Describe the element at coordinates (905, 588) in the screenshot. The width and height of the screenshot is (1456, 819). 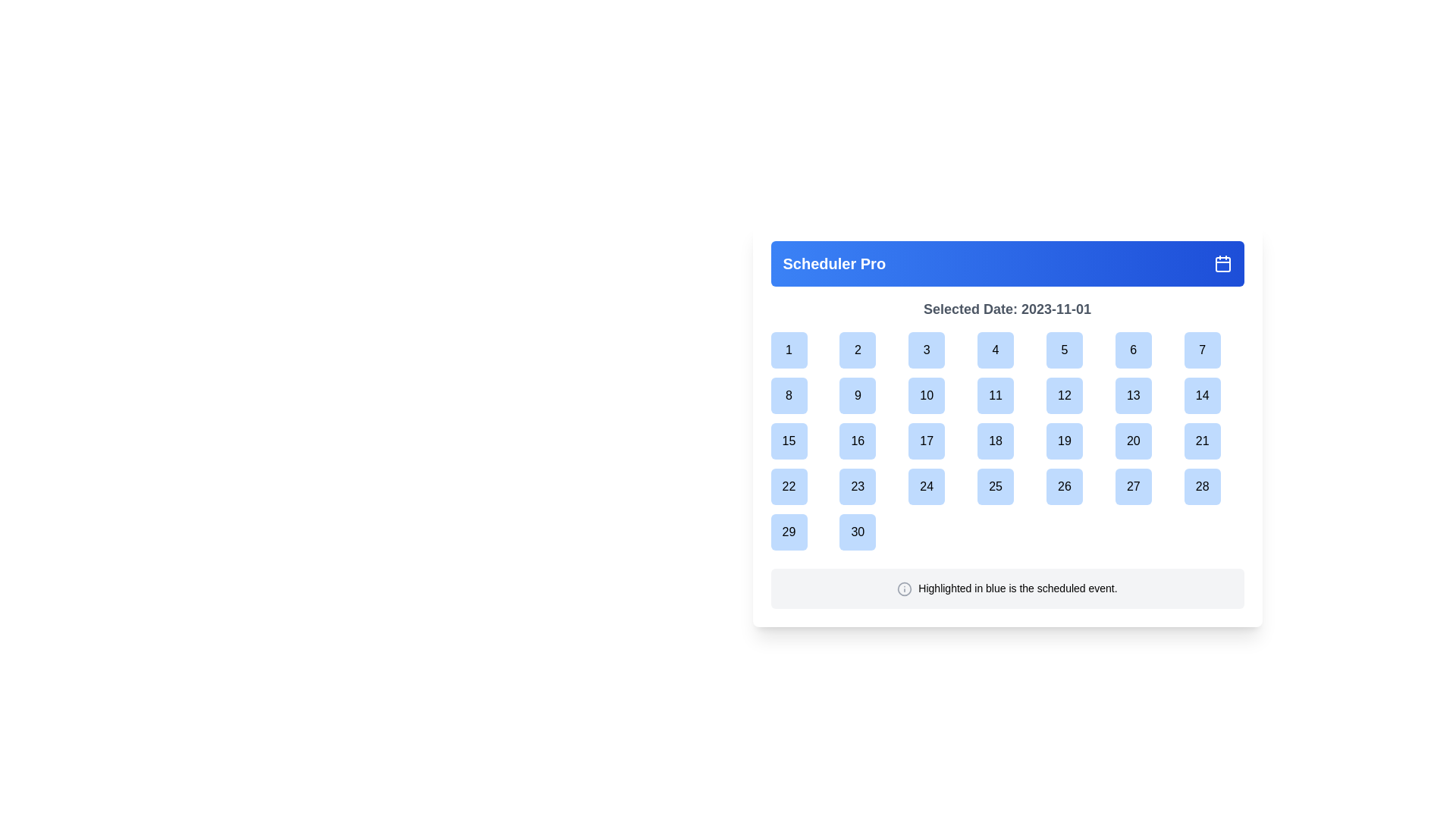
I see `the circular SVG element with a radius of 10 pixels, which is part of an icon near the bottom of the interface, located near the 'Highlighted in blue is the scheduled event' label` at that location.